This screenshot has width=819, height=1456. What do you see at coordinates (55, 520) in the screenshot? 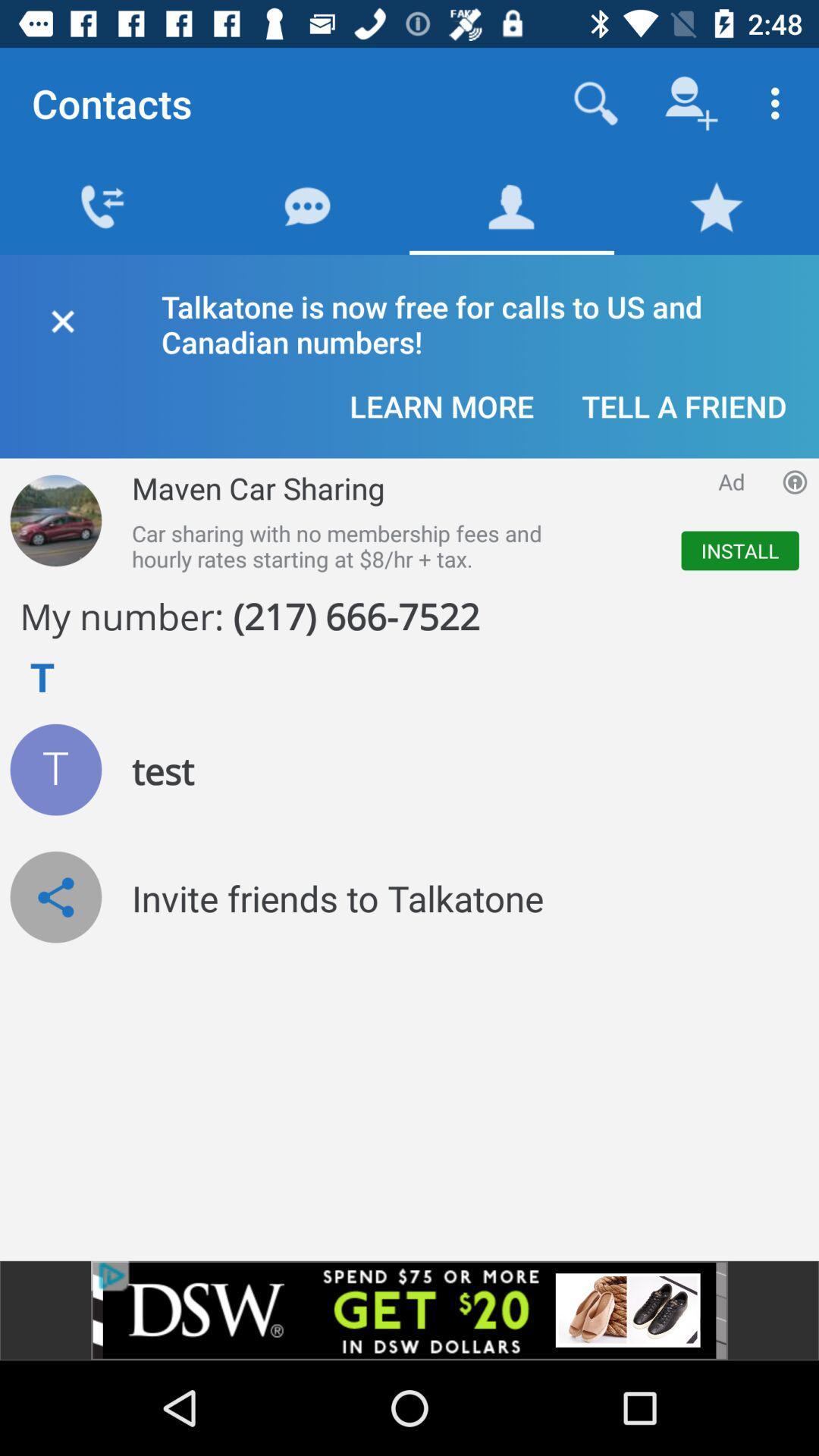
I see `car to add` at bounding box center [55, 520].